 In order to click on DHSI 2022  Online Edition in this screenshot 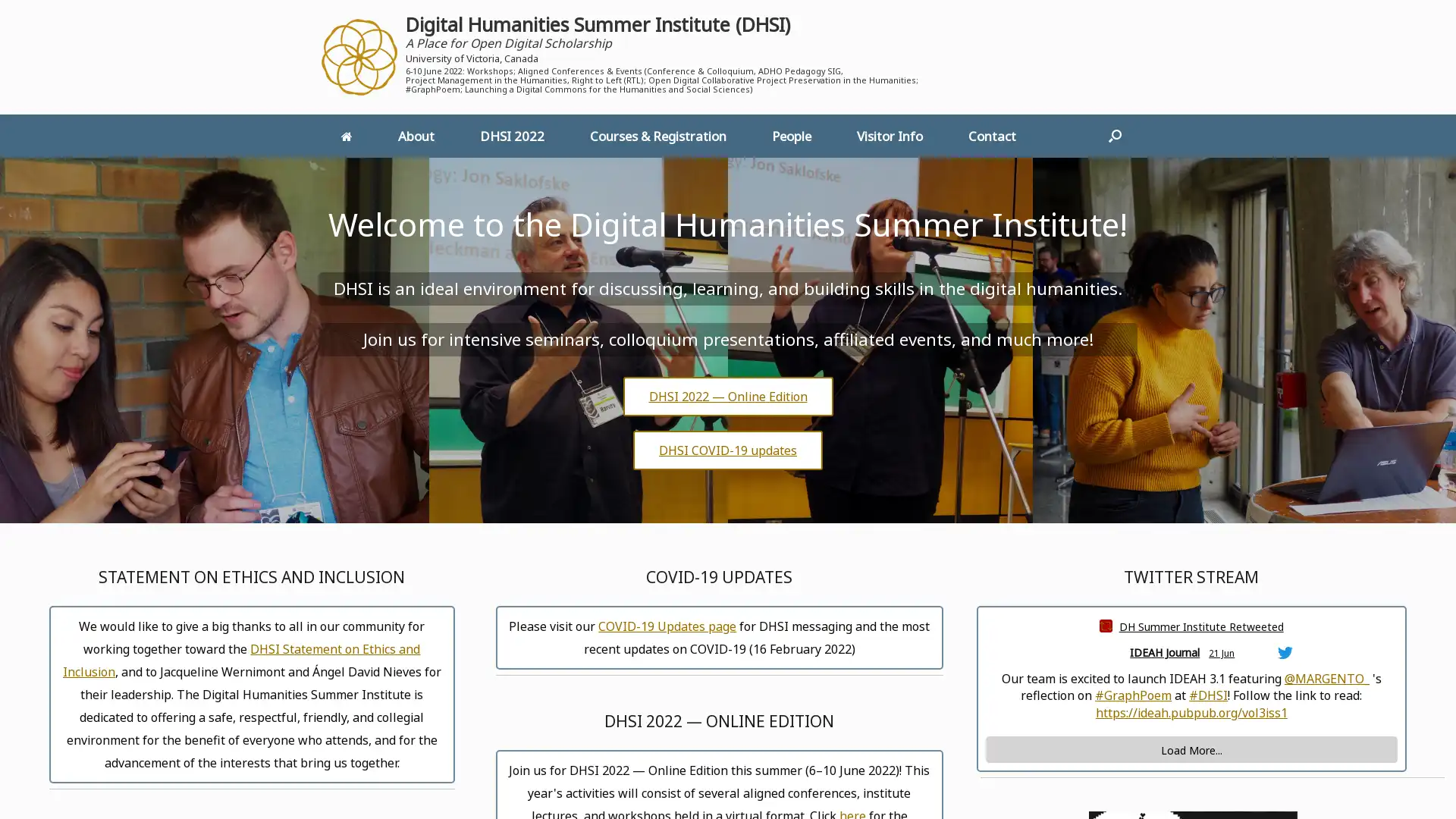, I will do `click(726, 394)`.